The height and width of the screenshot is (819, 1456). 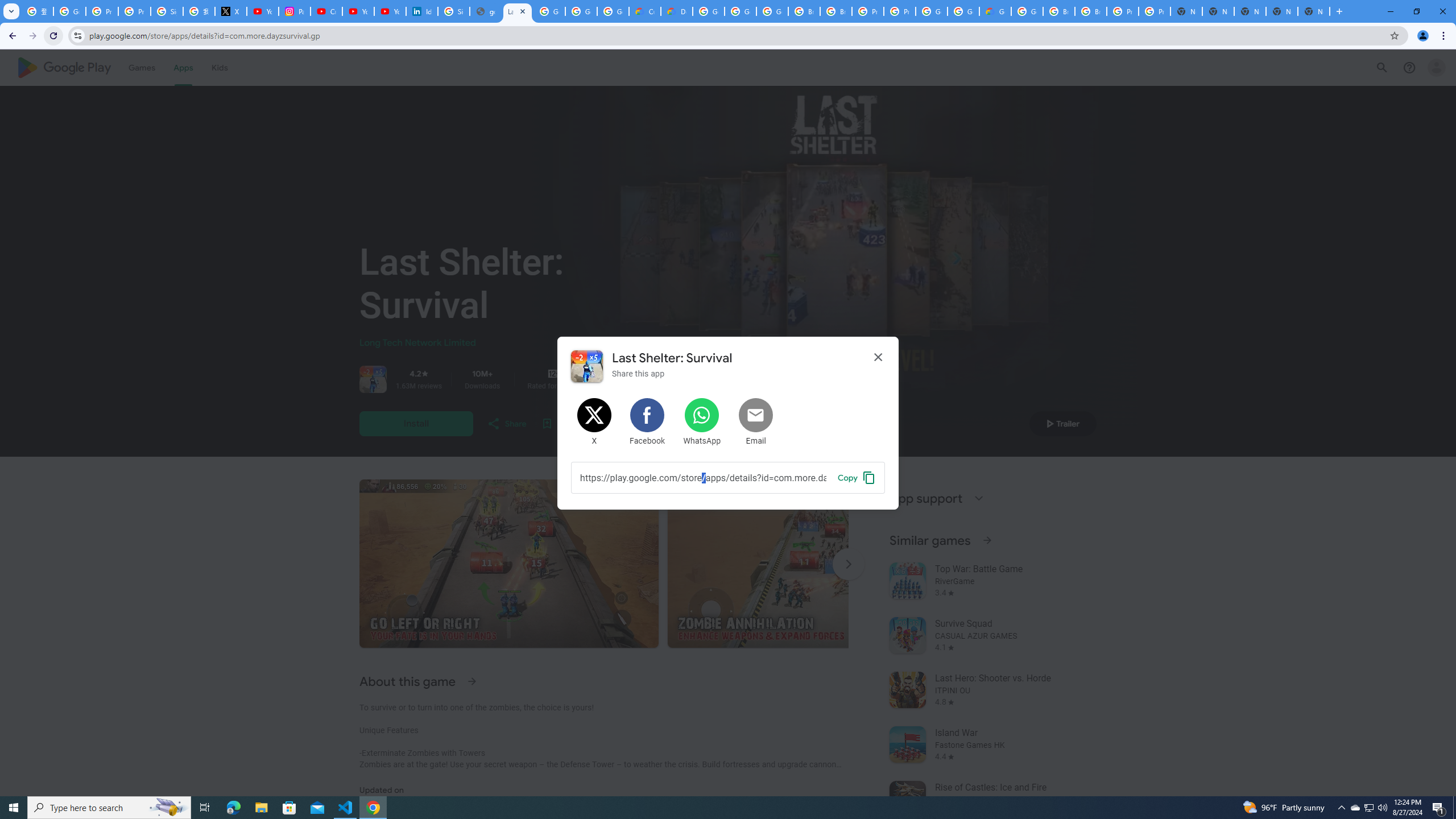 What do you see at coordinates (856, 477) in the screenshot?
I see `'Copy link to clipboard'` at bounding box center [856, 477].